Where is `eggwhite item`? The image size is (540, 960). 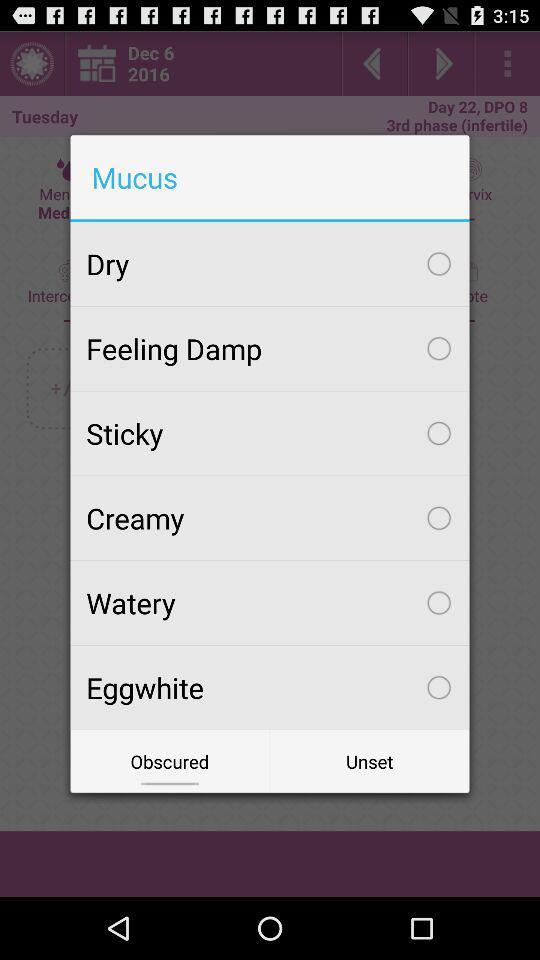
eggwhite item is located at coordinates (270, 687).